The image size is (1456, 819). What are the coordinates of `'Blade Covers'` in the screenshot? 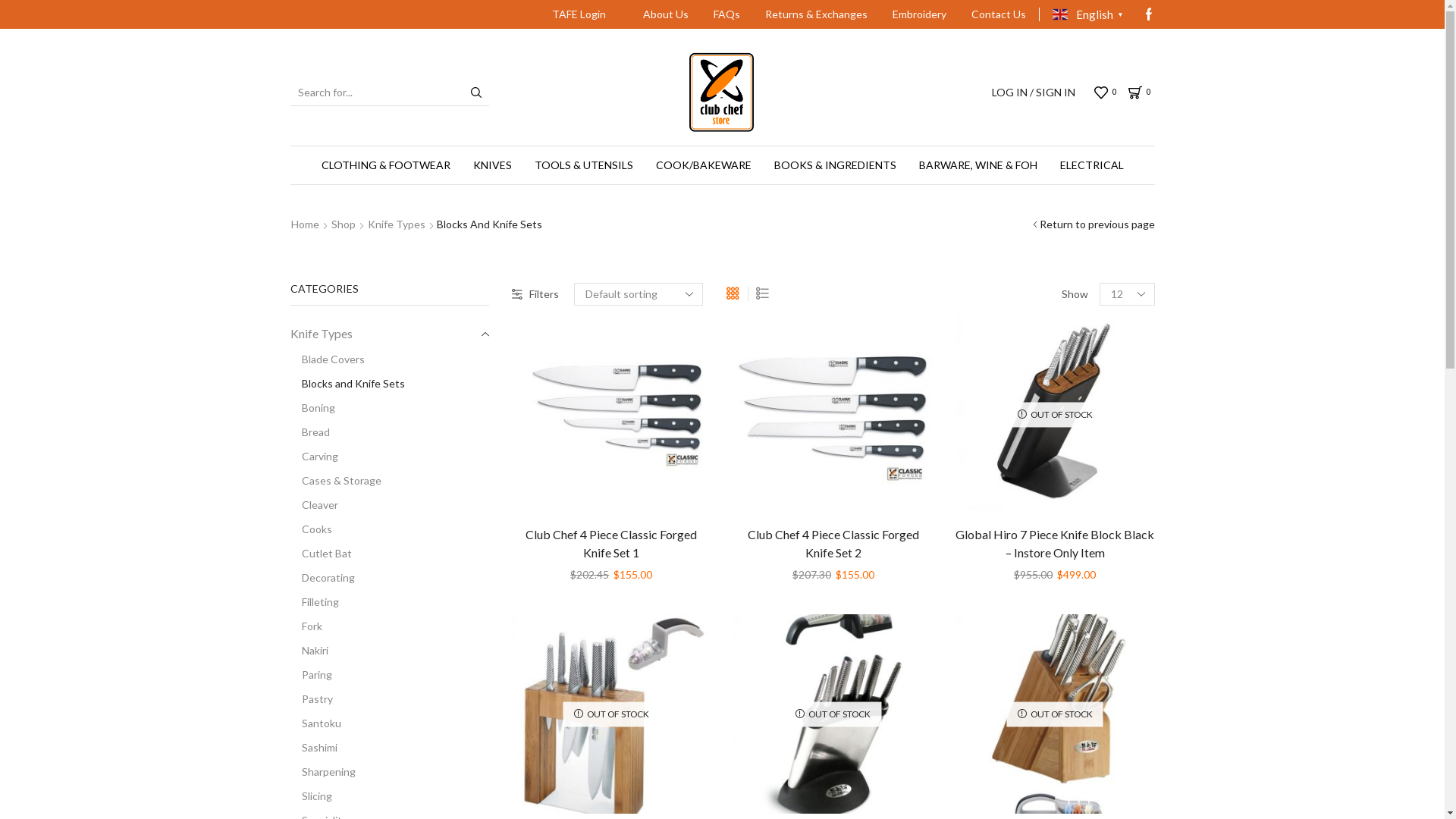 It's located at (326, 359).